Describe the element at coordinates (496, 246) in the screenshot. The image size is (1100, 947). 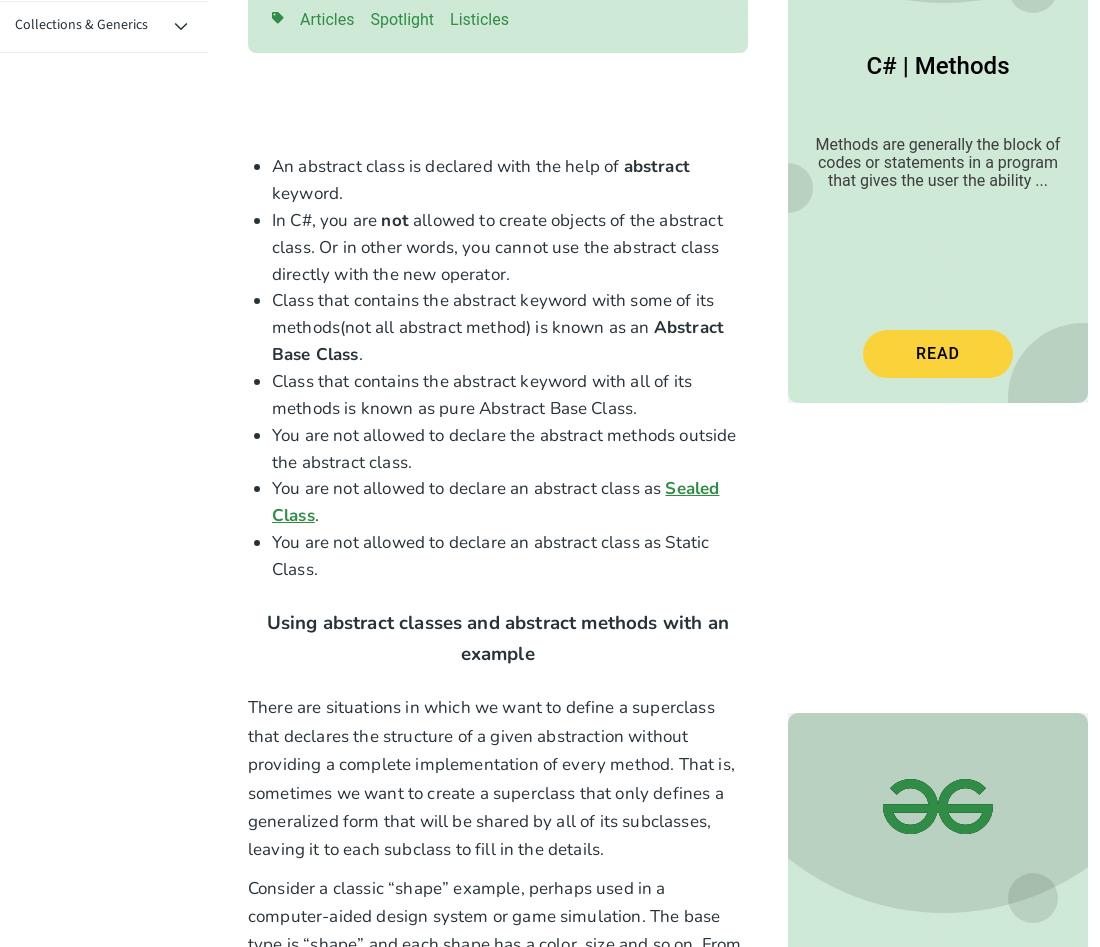
I see `'allowed to create objects of the abstract class. Or in other words, you cannot use the abstract class directly with the new operator.'` at that location.